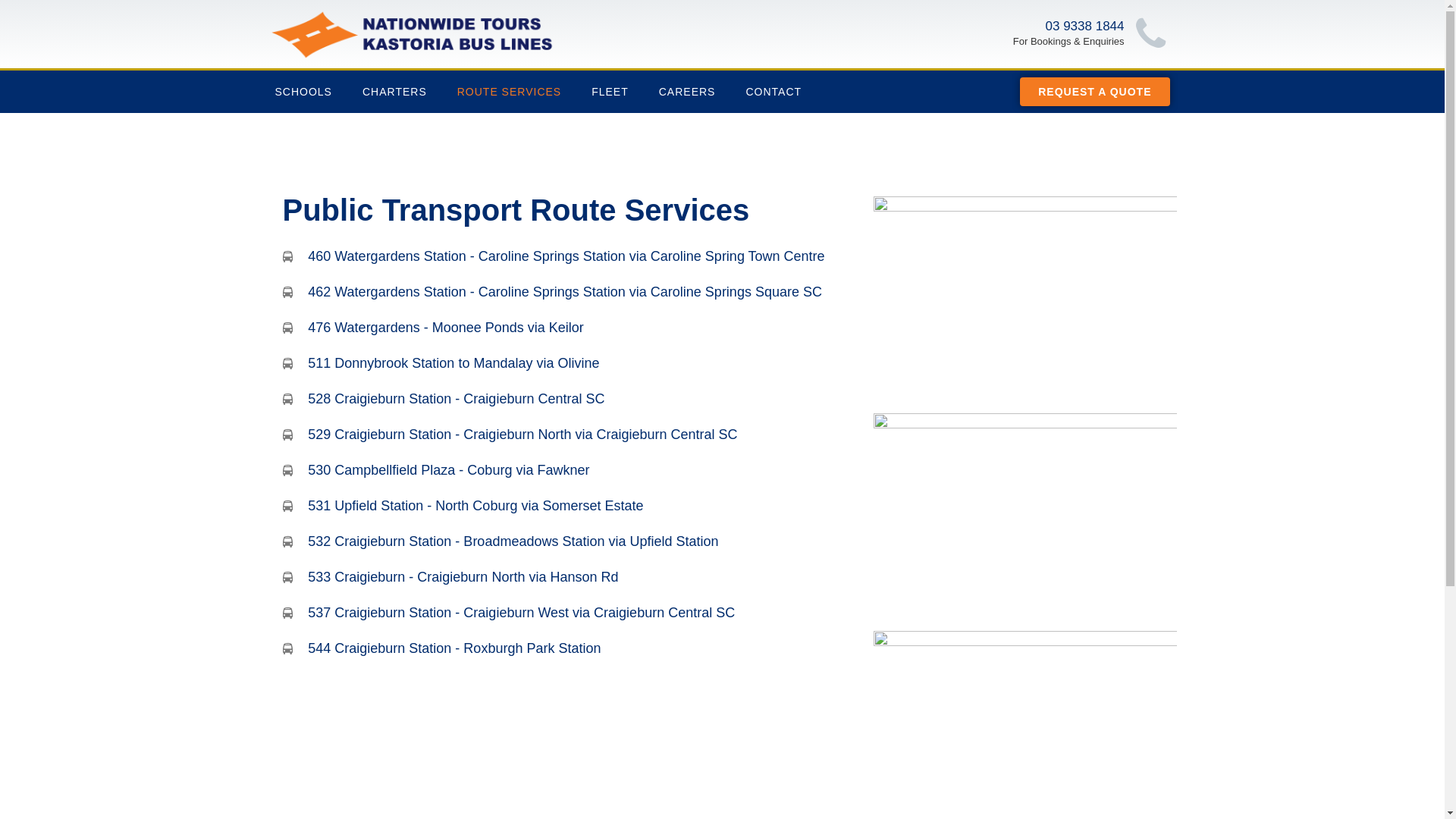 This screenshot has width=1456, height=819. What do you see at coordinates (441, 91) in the screenshot?
I see `'ROUTE SERVICES'` at bounding box center [441, 91].